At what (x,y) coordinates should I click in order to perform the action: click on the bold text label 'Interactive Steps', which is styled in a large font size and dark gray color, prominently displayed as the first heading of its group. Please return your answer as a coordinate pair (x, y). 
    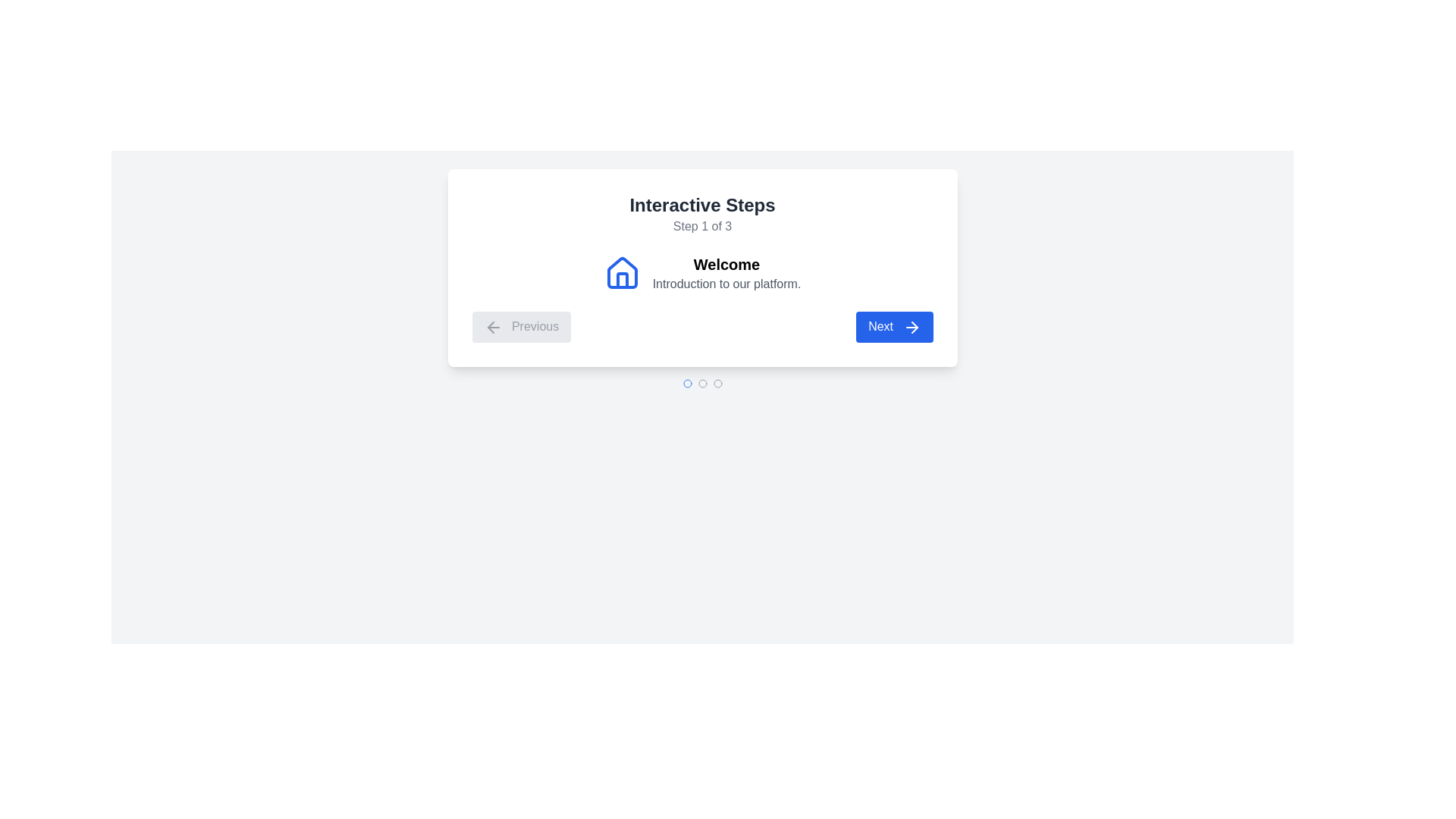
    Looking at the image, I should click on (701, 205).